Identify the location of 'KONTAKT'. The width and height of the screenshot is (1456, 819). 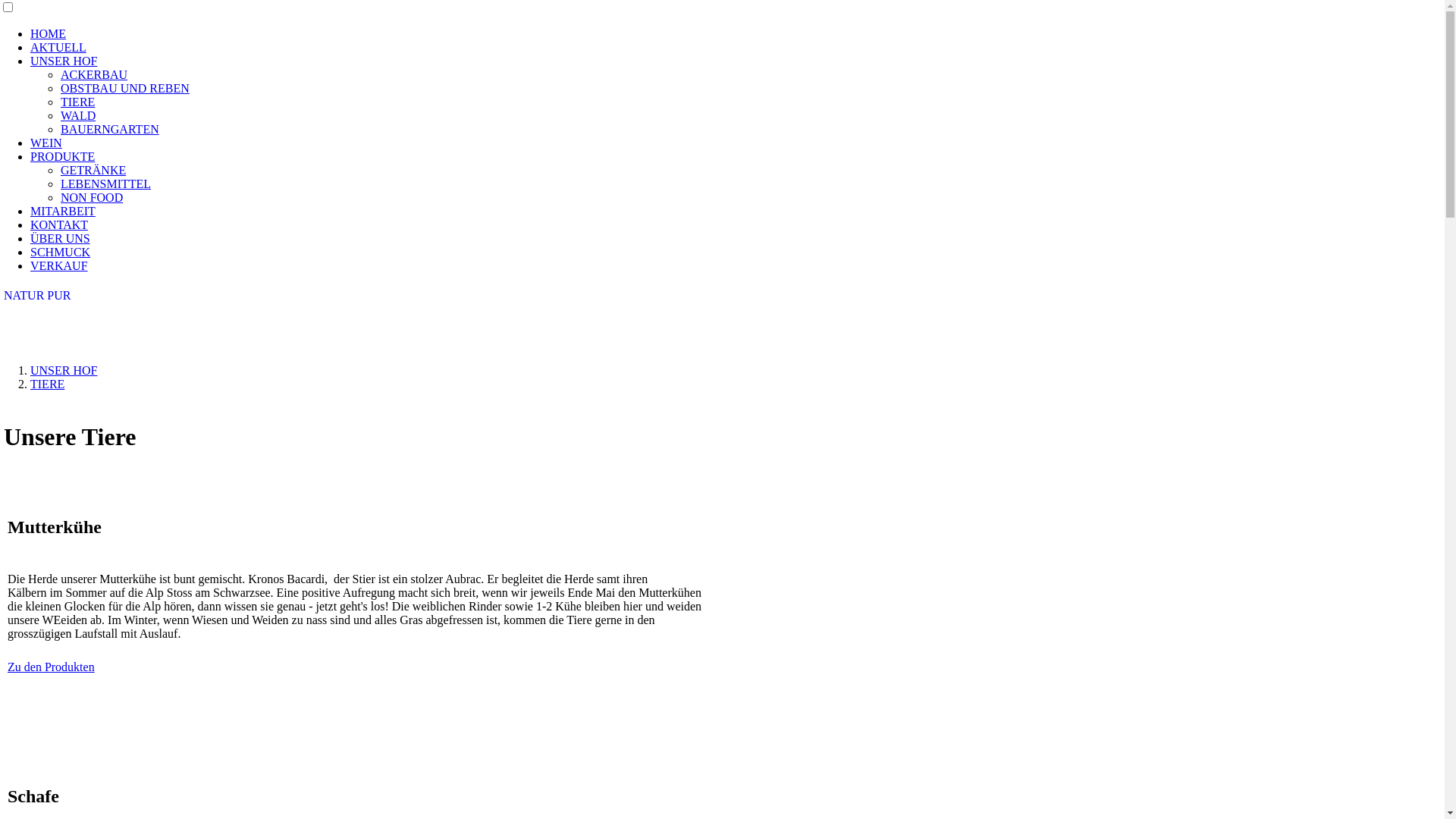
(58, 224).